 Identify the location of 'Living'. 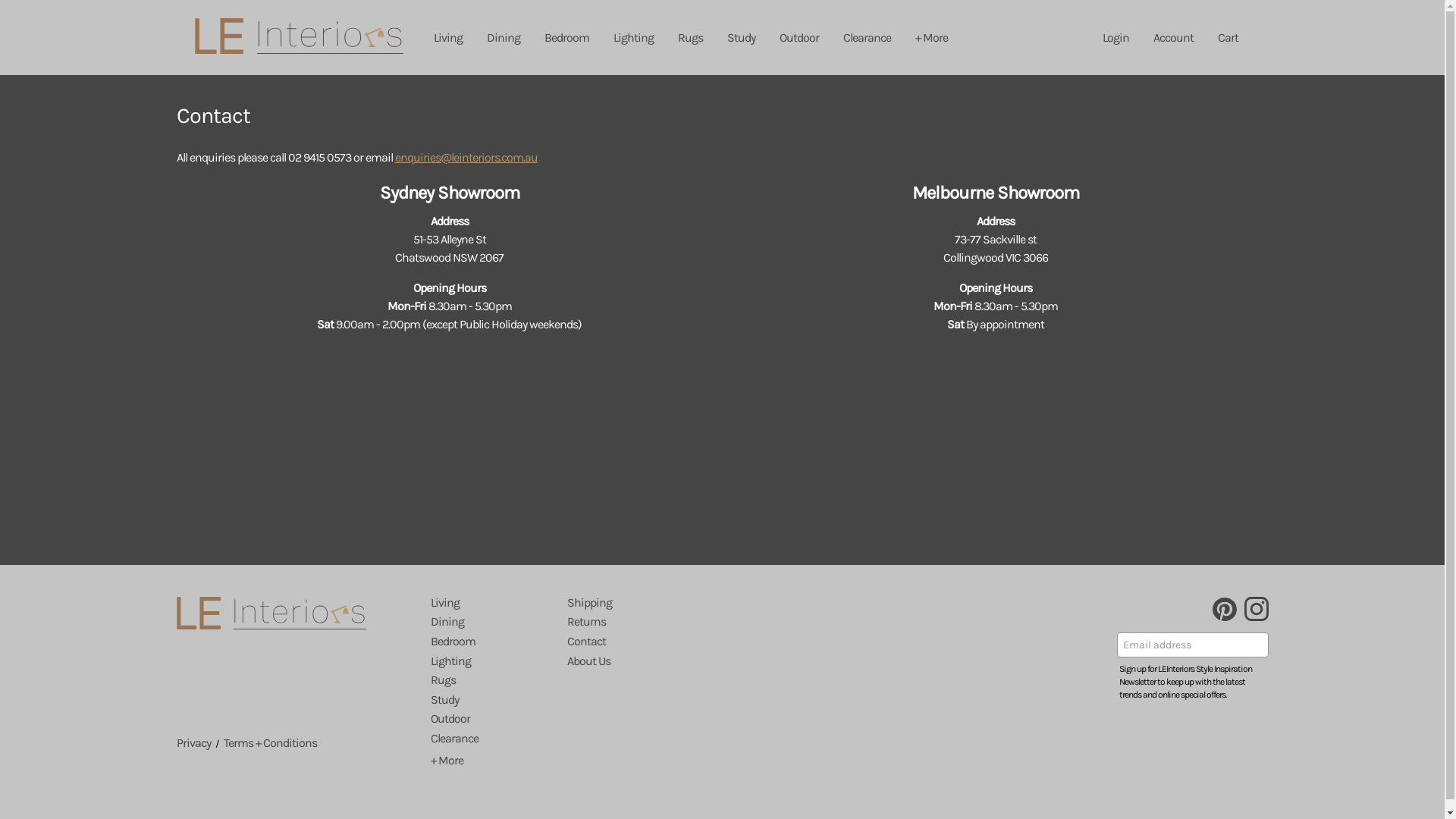
(422, 36).